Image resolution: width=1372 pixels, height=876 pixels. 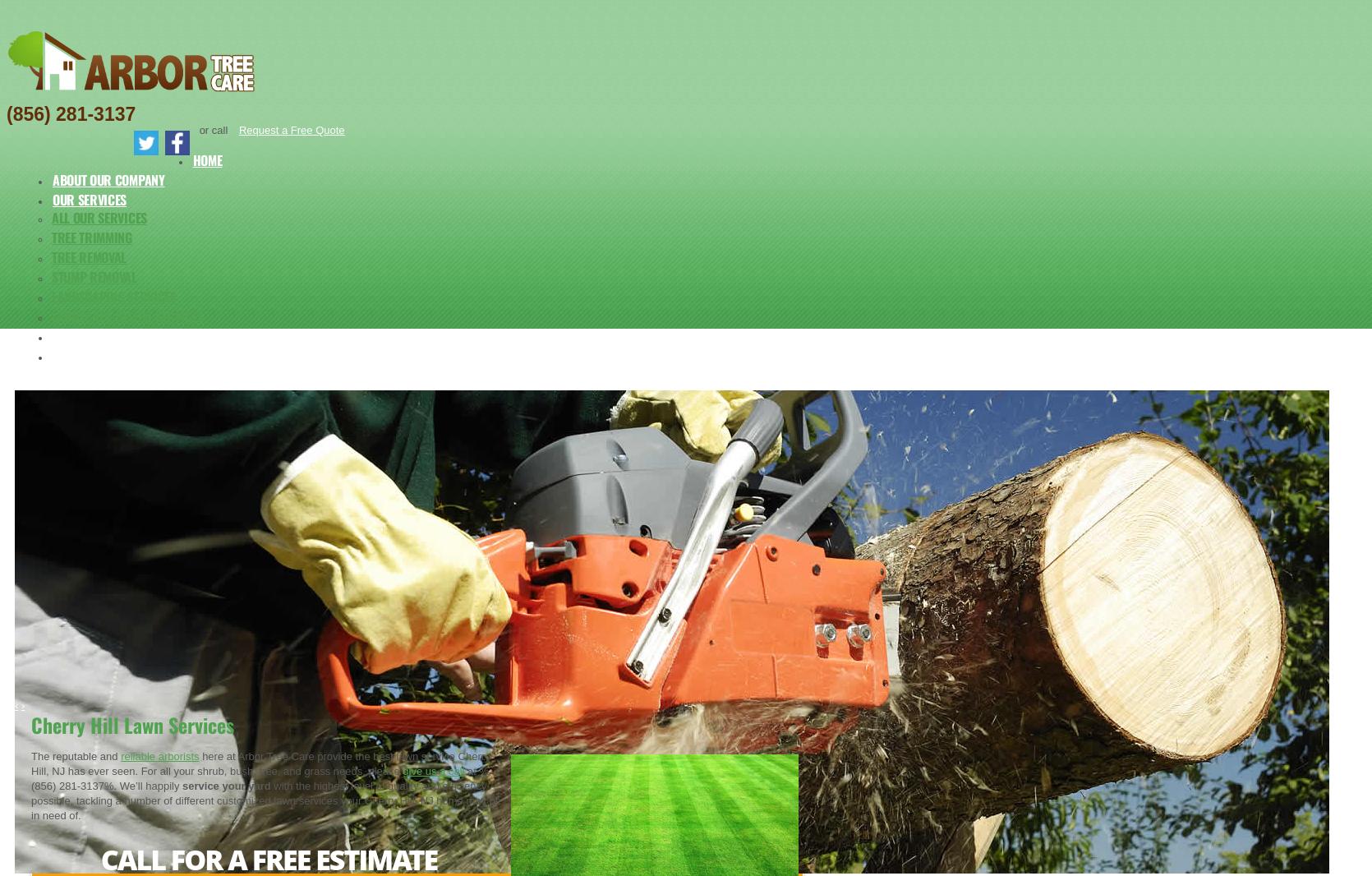 What do you see at coordinates (51, 256) in the screenshot?
I see `'Tree Removal'` at bounding box center [51, 256].